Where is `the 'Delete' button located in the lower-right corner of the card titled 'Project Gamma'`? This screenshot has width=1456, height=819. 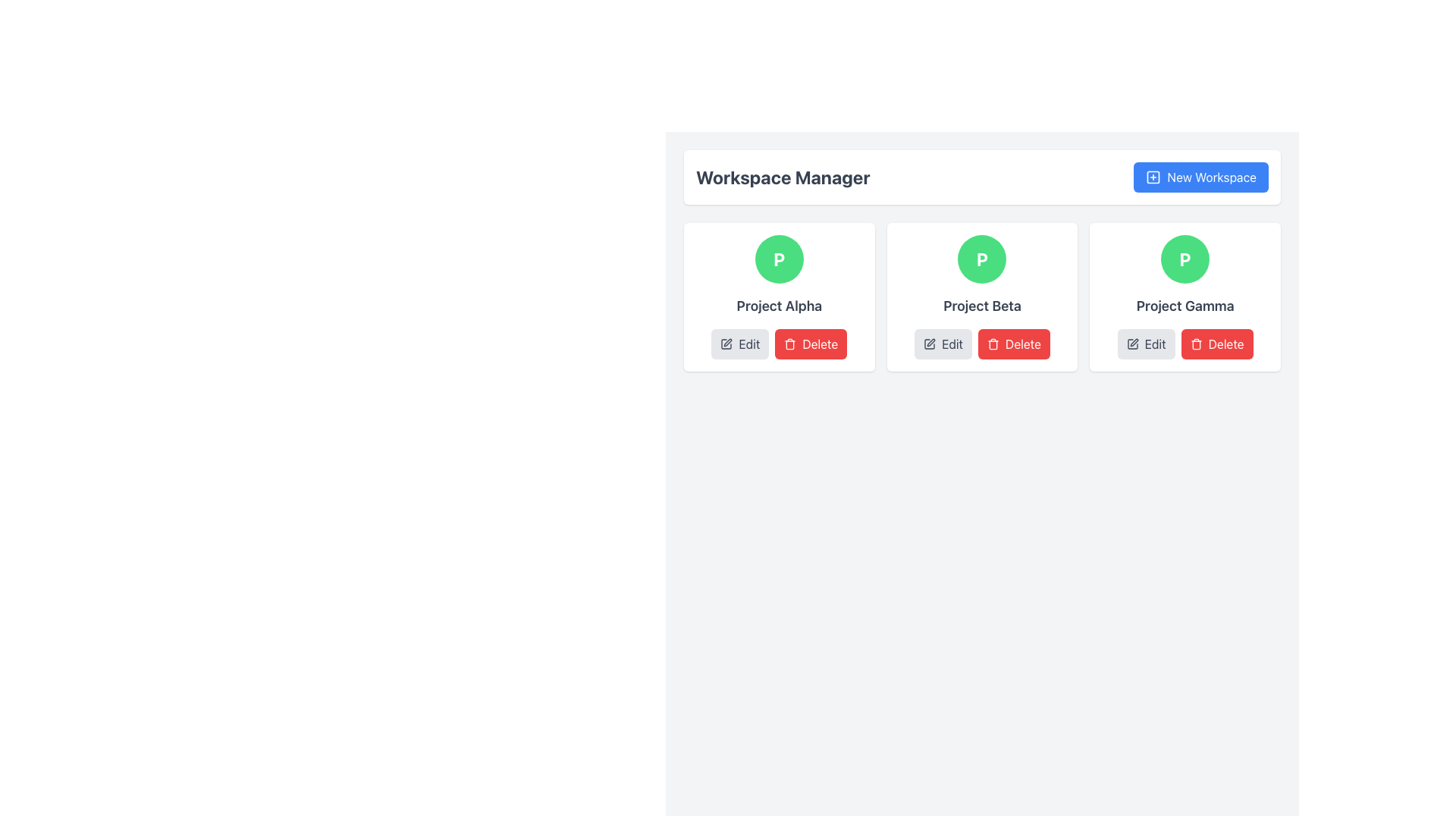
the 'Delete' button located in the lower-right corner of the card titled 'Project Gamma' is located at coordinates (1185, 344).